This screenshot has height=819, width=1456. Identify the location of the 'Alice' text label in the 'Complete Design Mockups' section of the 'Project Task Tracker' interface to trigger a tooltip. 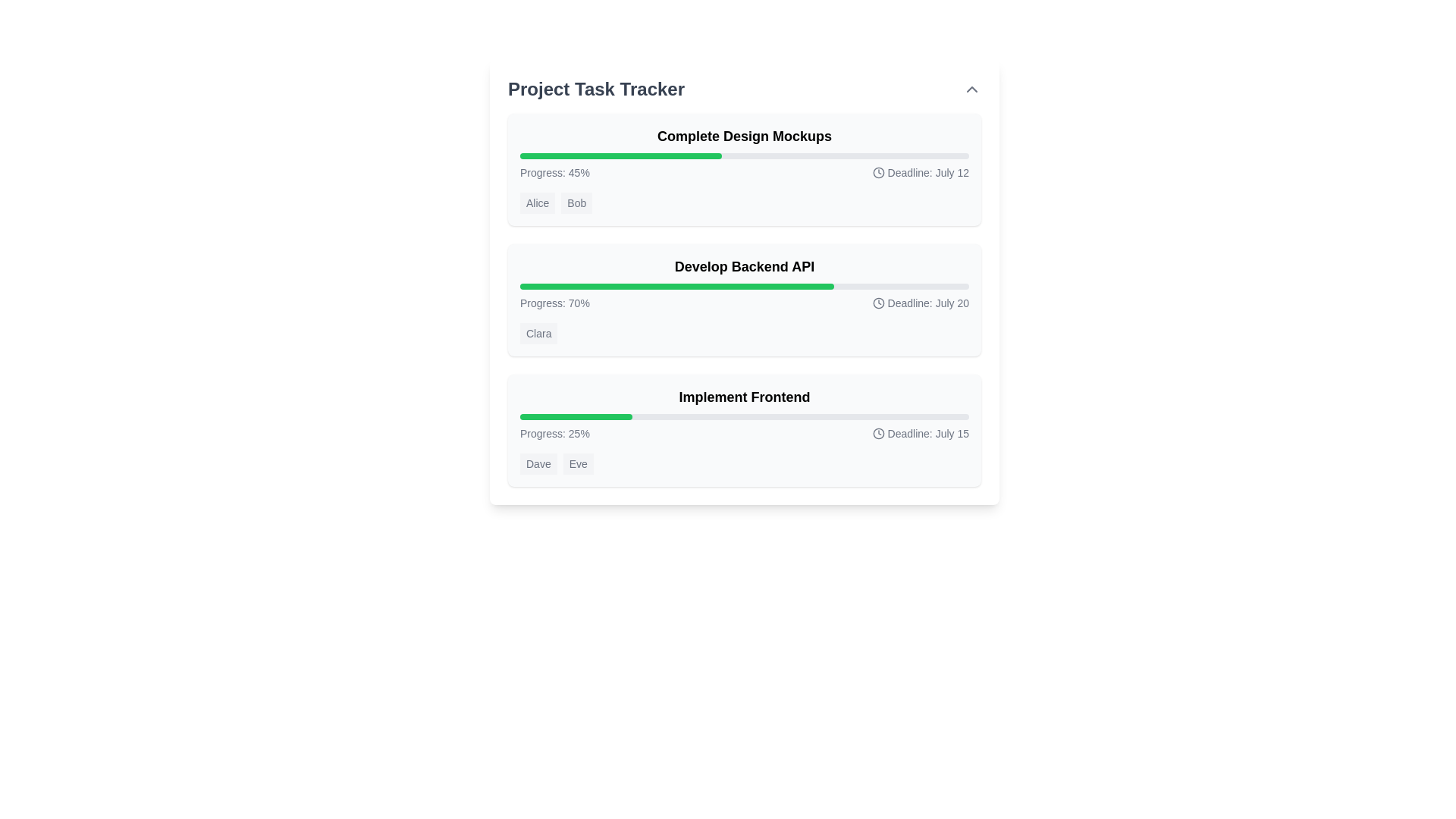
(538, 202).